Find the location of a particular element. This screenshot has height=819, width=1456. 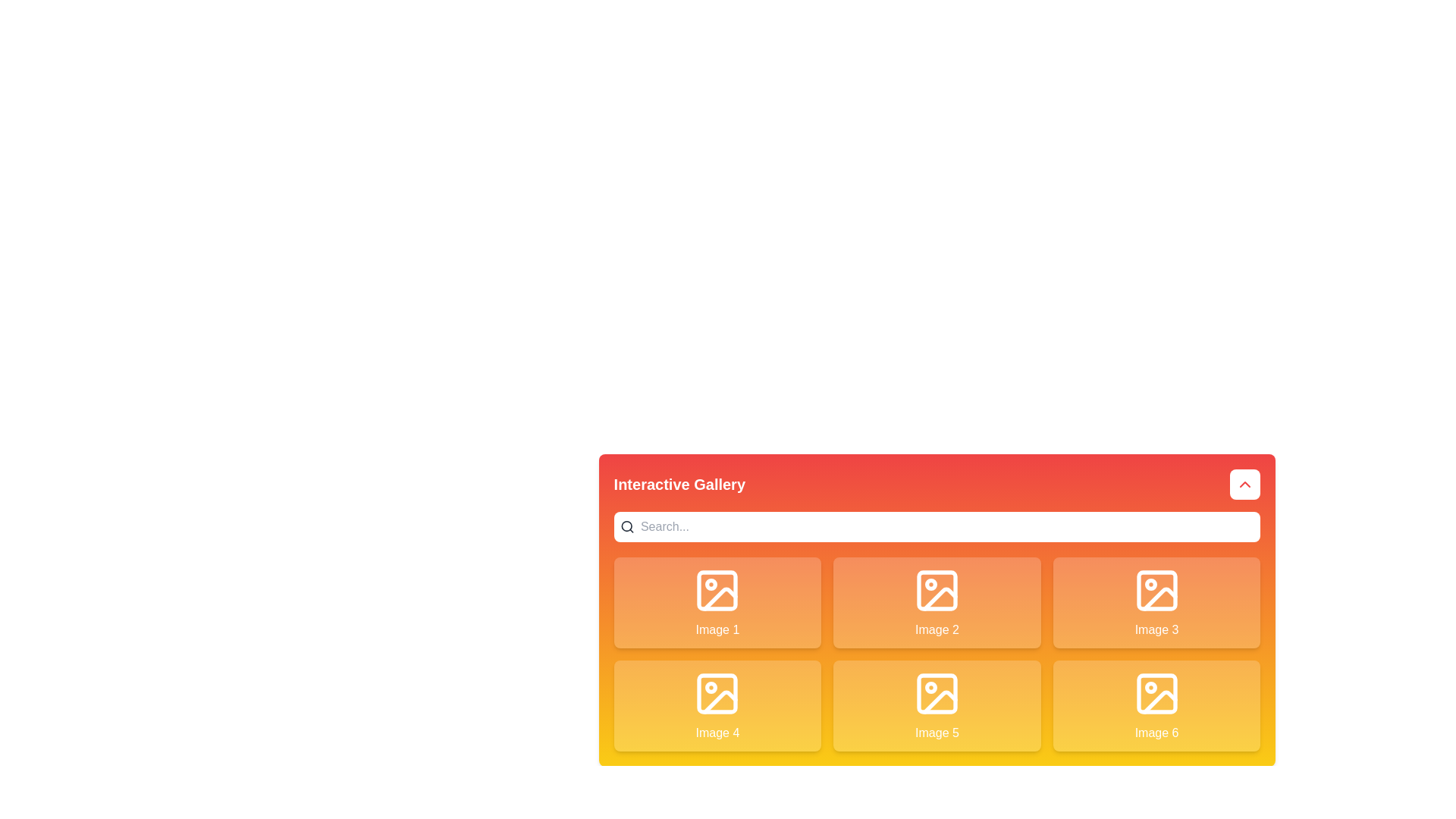

the Text label indicating 'Image 1' located within the top-left card of the grid, beneath the application title 'Interactive Gallery' and the search bar is located at coordinates (717, 629).